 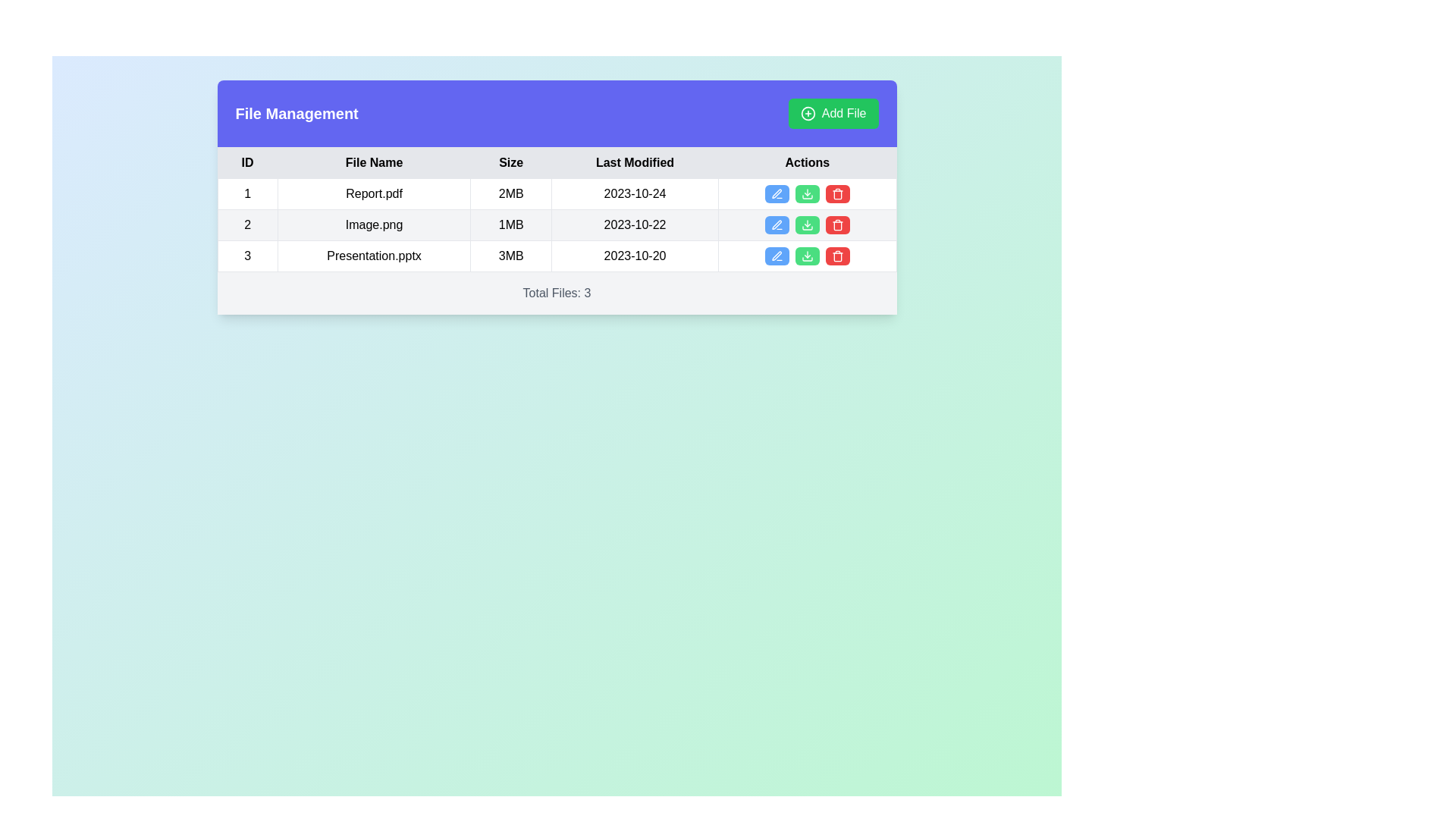 I want to click on keyboard navigation, so click(x=806, y=193).